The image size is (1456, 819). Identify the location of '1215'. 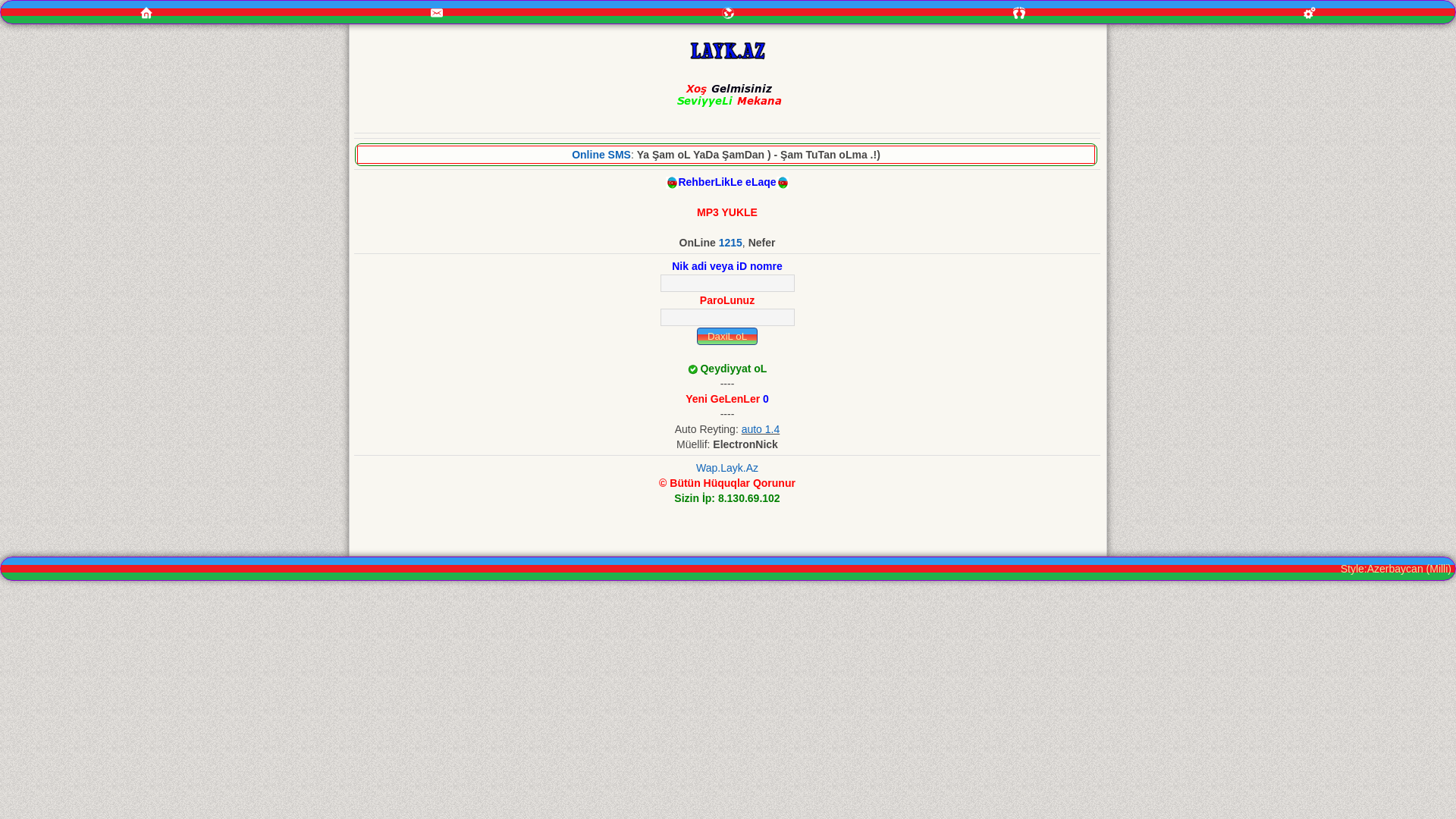
(730, 242).